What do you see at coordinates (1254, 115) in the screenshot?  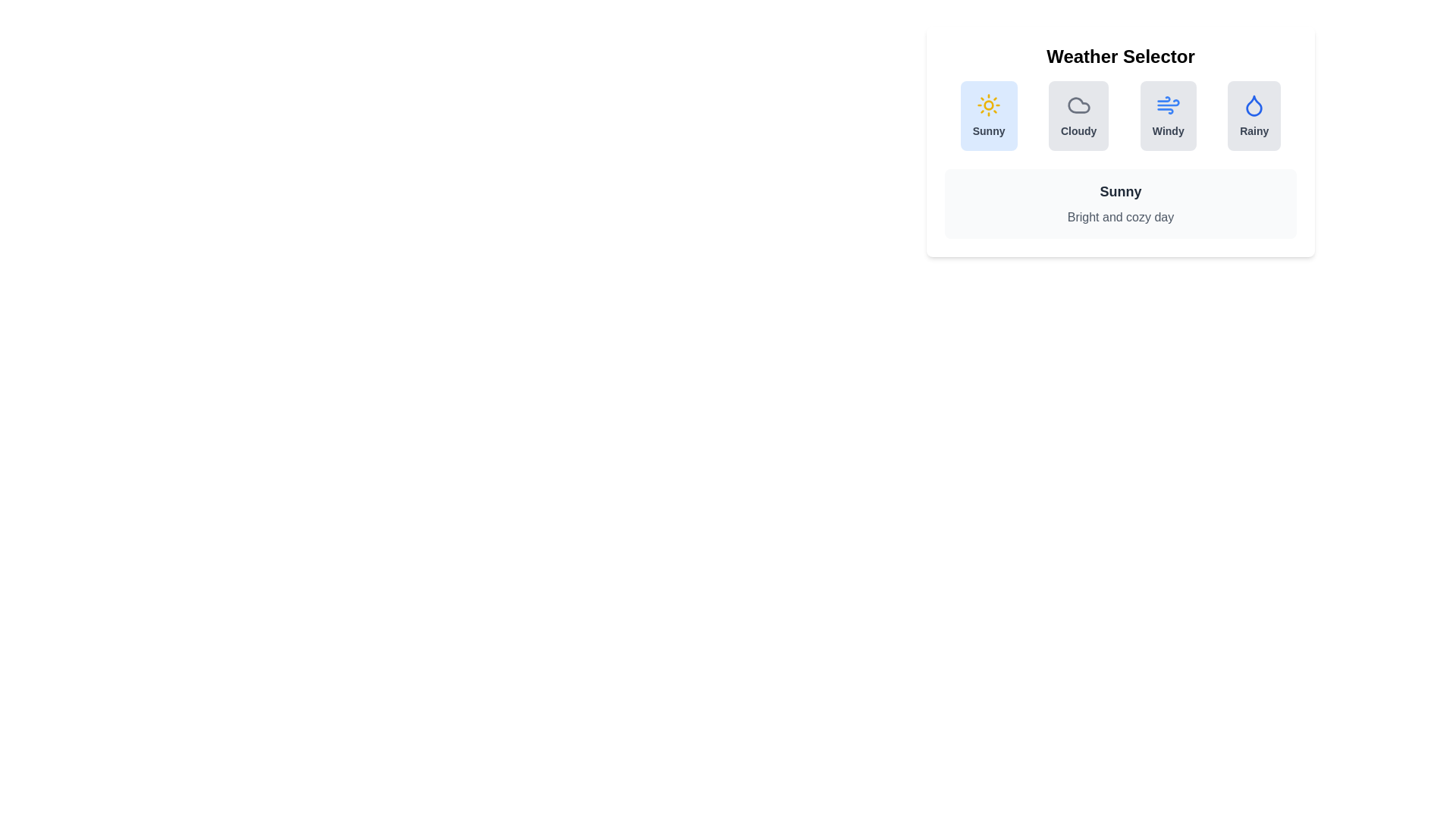 I see `the 'Rainy' weather option button in the weather selection interface` at bounding box center [1254, 115].